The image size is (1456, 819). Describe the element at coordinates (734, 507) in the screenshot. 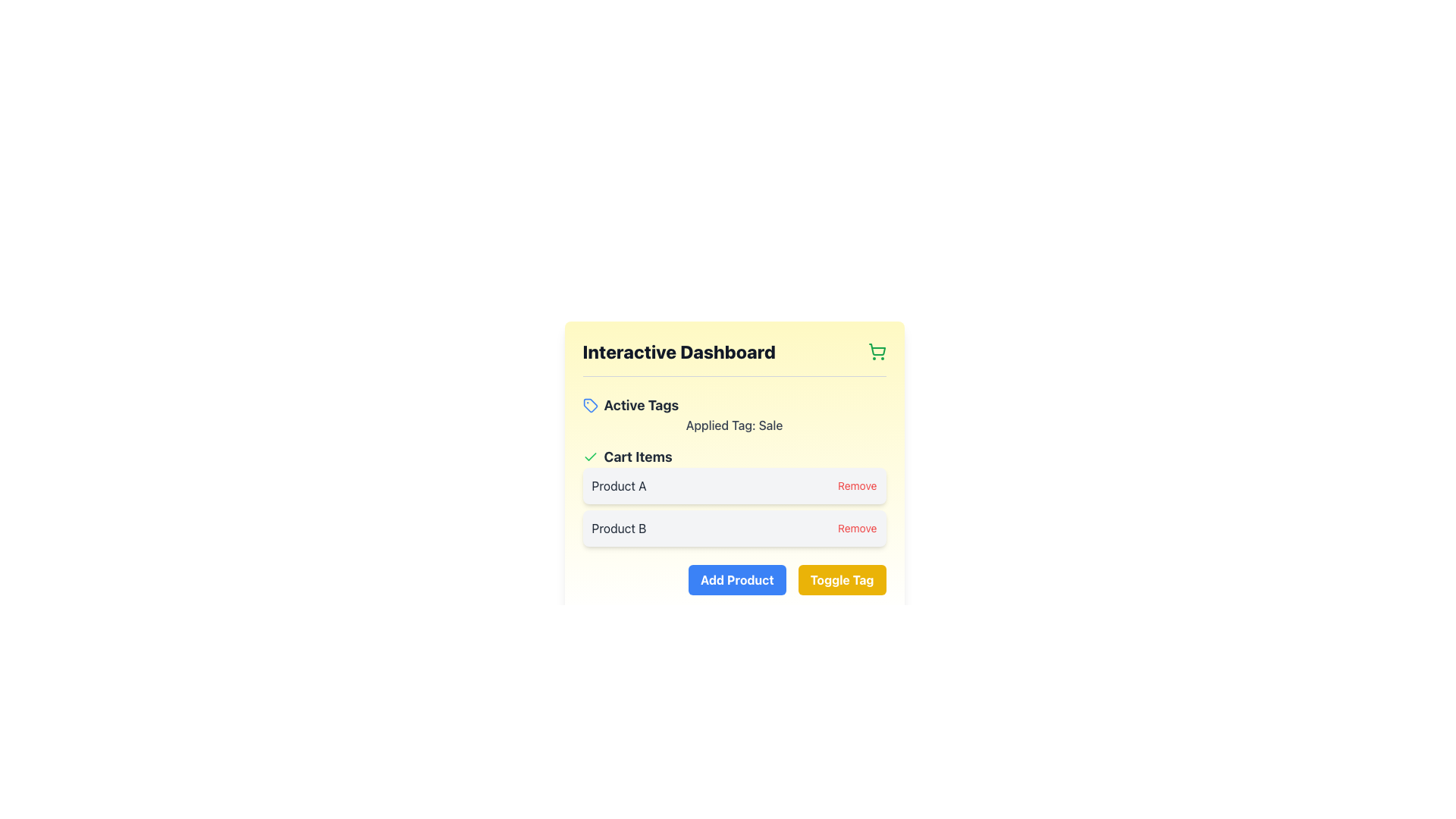

I see `the vertically arranged list of items labeled 'Product A' and 'Product B' with accompanying 'Remove' links in red text located in the 'Cart Items' section of the interface` at that location.